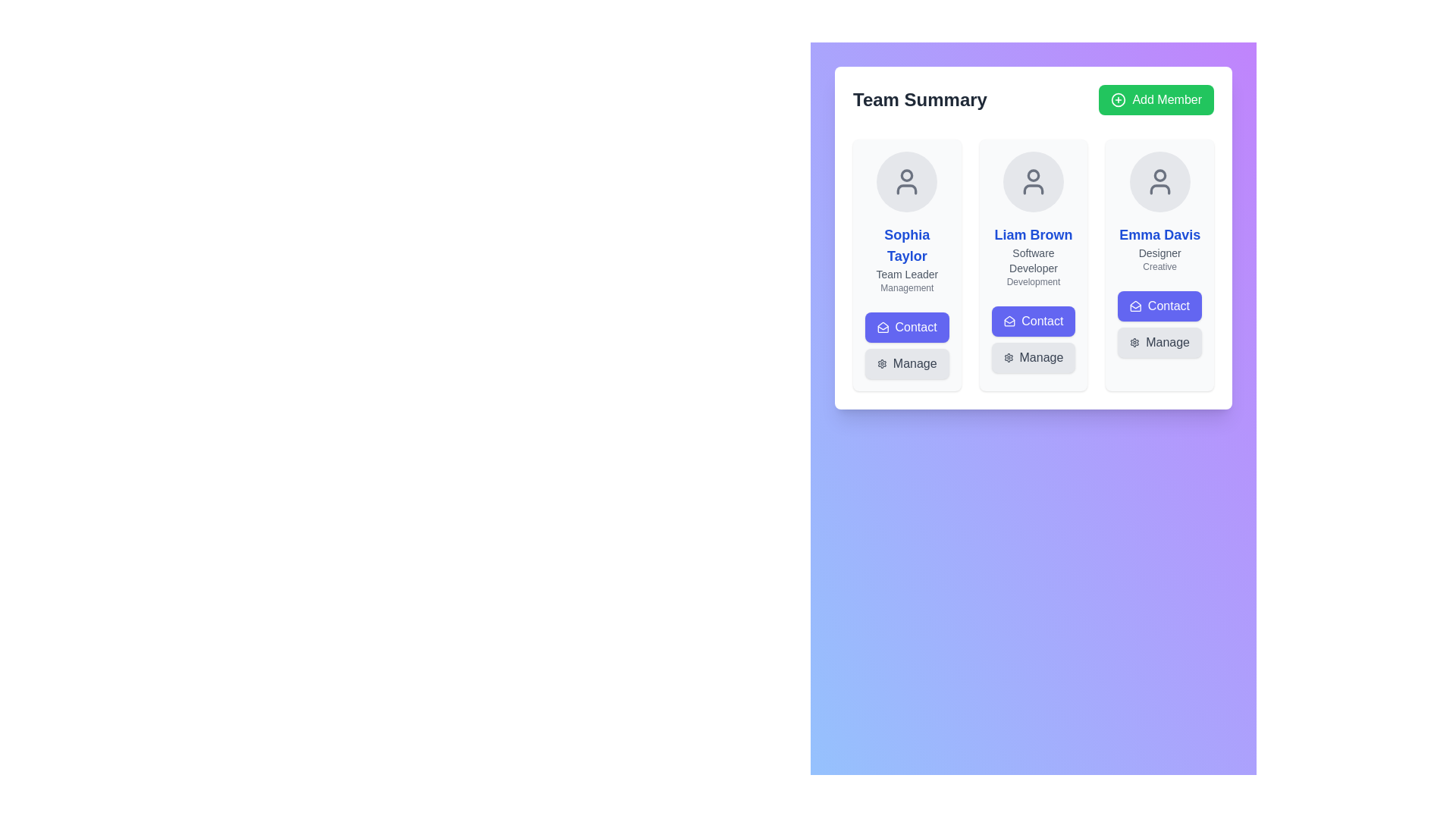 This screenshot has width=1456, height=819. Describe the element at coordinates (883, 327) in the screenshot. I see `the mail symbol icon located above the 'Contact' button for user 'Liam Brown', which visually reinforces the button's function related to communication` at that location.